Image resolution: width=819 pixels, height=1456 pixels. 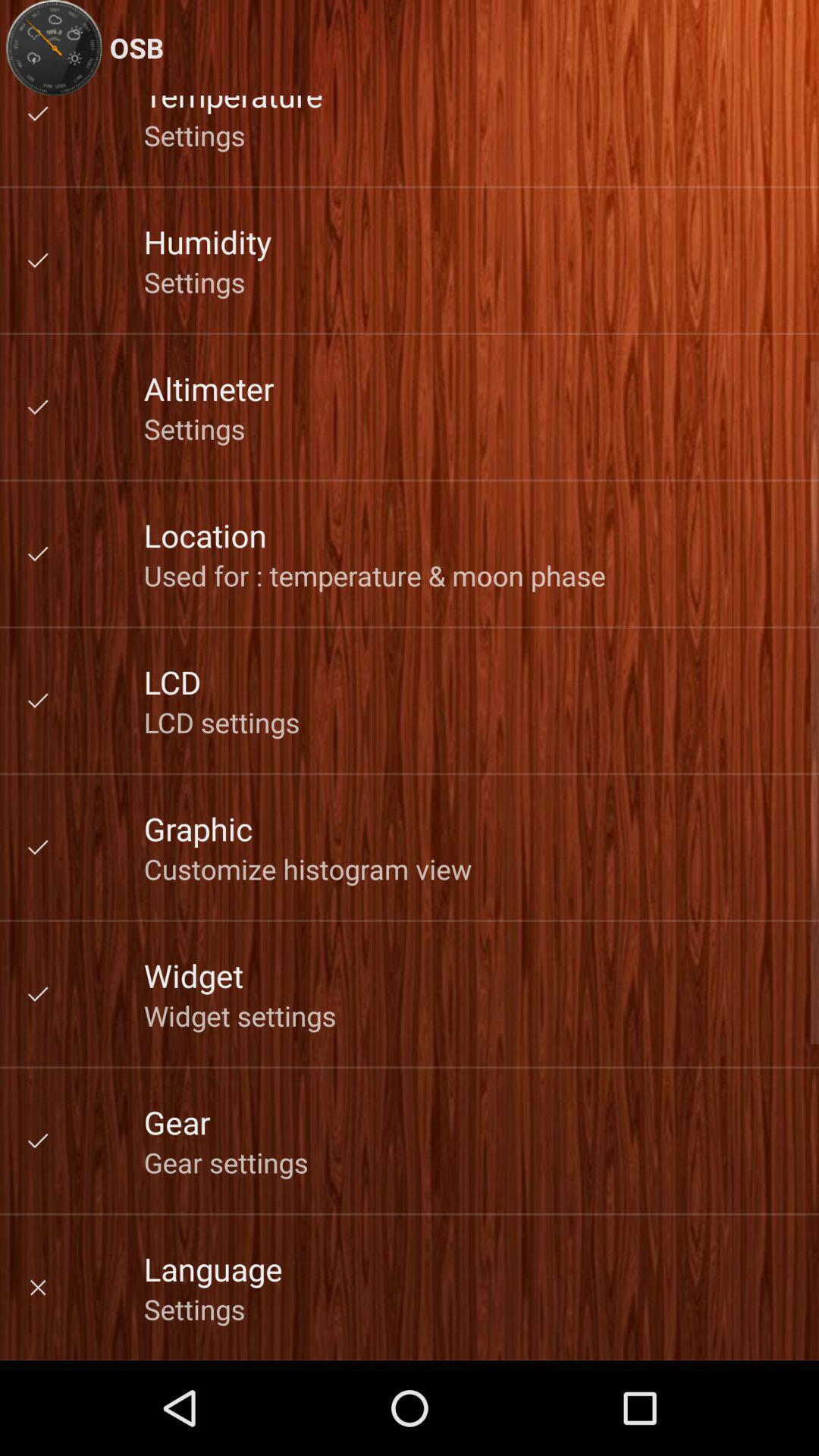 I want to click on the altimeter app, so click(x=209, y=388).